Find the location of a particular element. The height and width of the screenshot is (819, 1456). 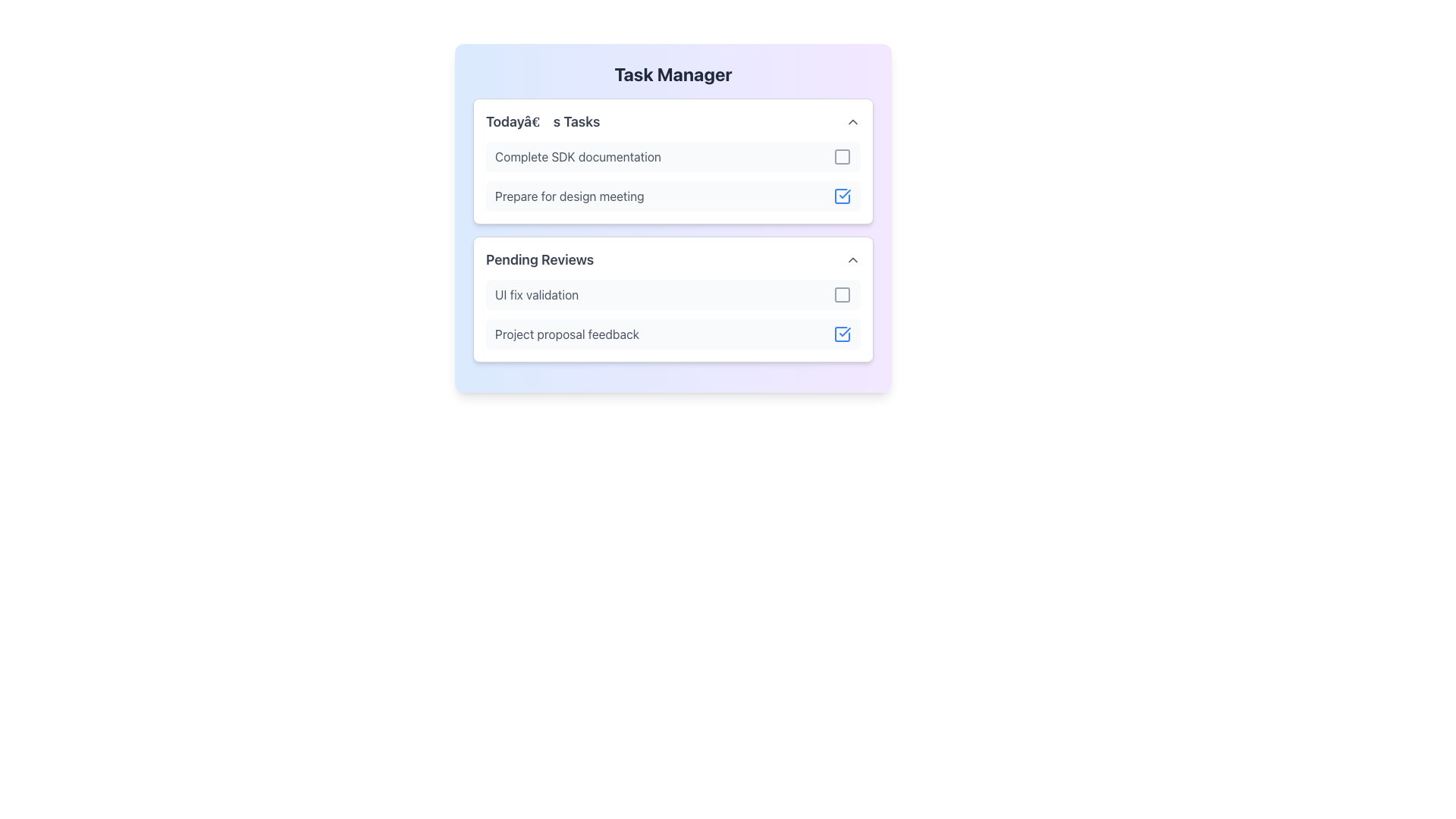

the checkbox in the 'Today's Tasks' section next to 'Complete SDK documentation' is located at coordinates (841, 157).